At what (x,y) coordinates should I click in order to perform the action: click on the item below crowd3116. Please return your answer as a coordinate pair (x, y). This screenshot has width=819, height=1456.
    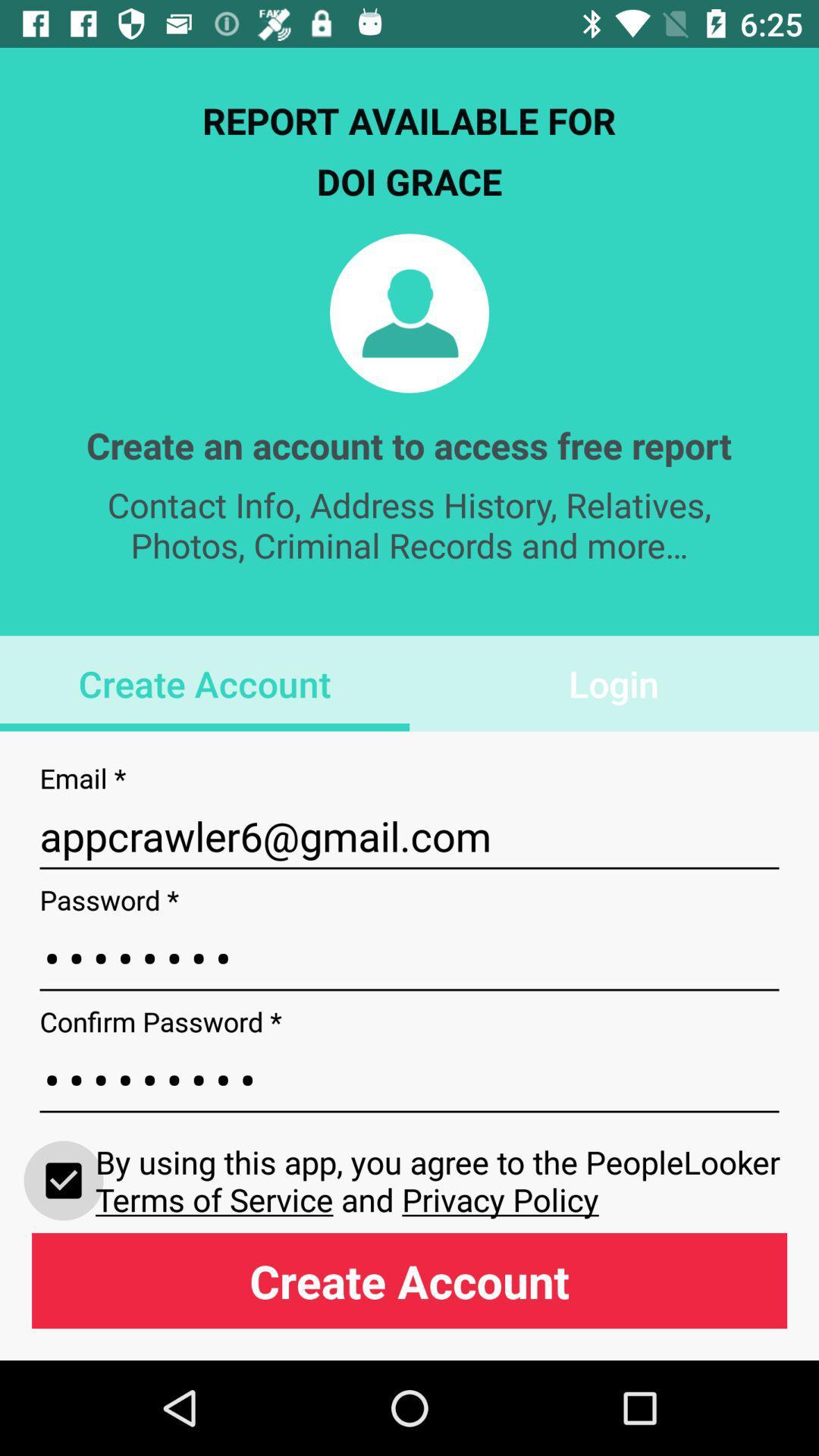
    Looking at the image, I should click on (441, 1179).